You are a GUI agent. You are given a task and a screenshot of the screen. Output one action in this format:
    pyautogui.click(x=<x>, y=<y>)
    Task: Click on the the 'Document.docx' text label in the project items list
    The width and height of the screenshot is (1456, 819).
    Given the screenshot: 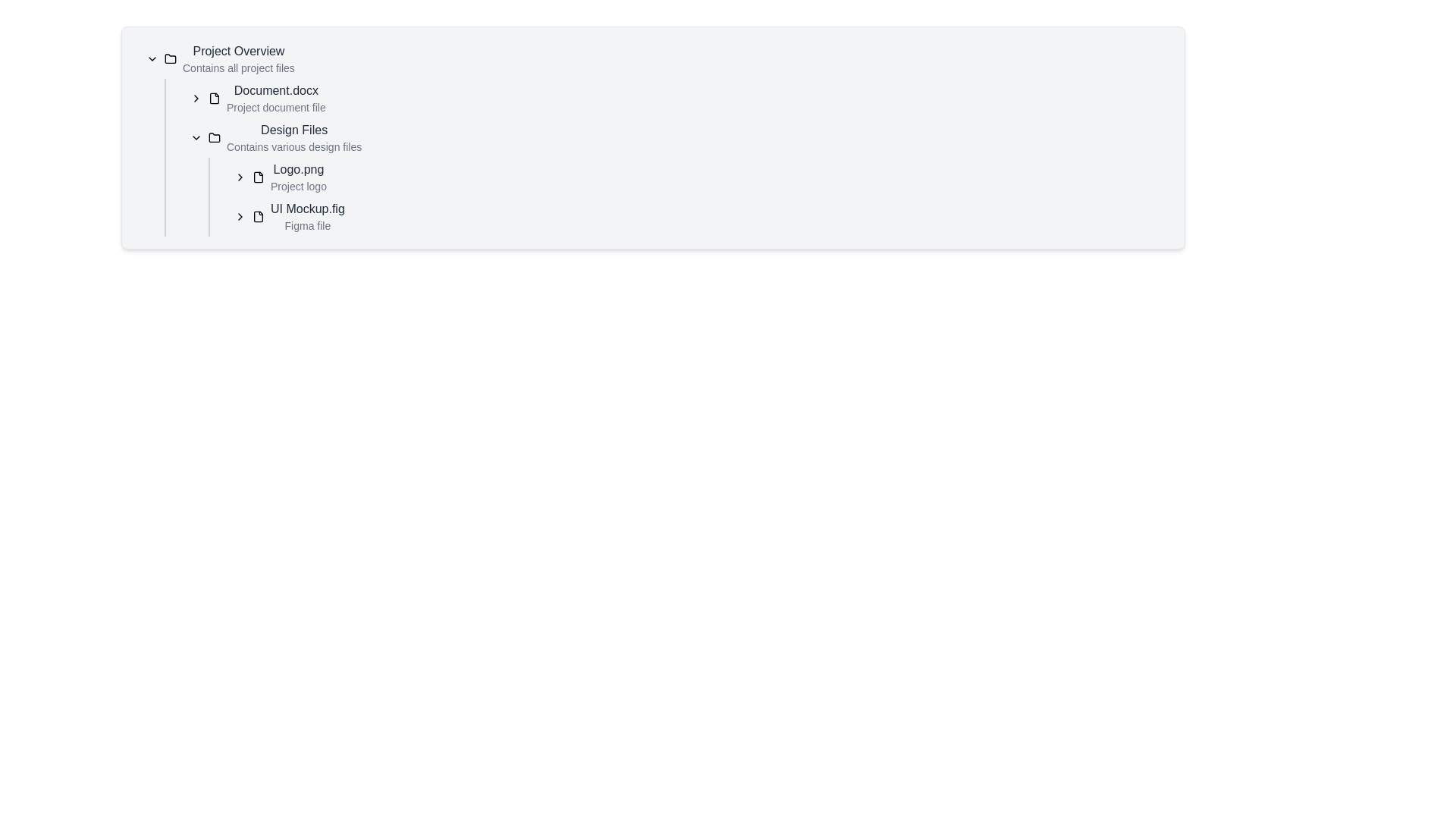 What is the action you would take?
    pyautogui.click(x=276, y=90)
    